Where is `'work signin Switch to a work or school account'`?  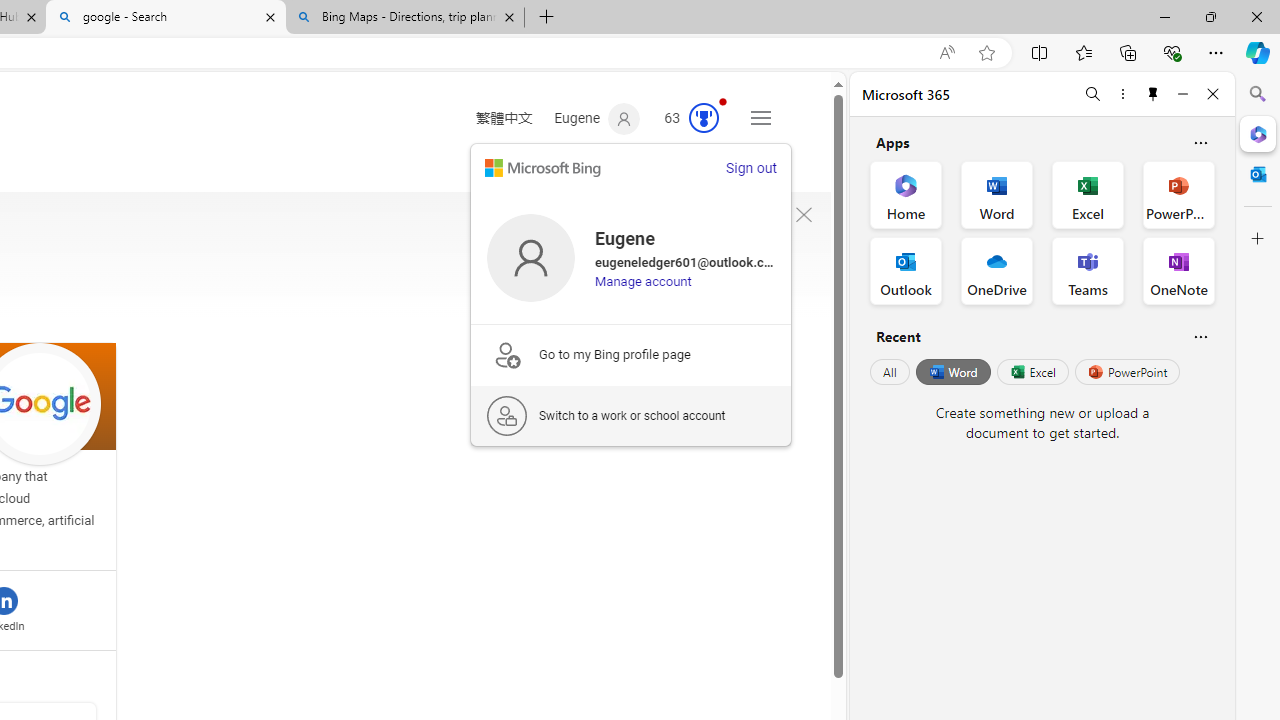 'work signin Switch to a work or school account' is located at coordinates (630, 414).